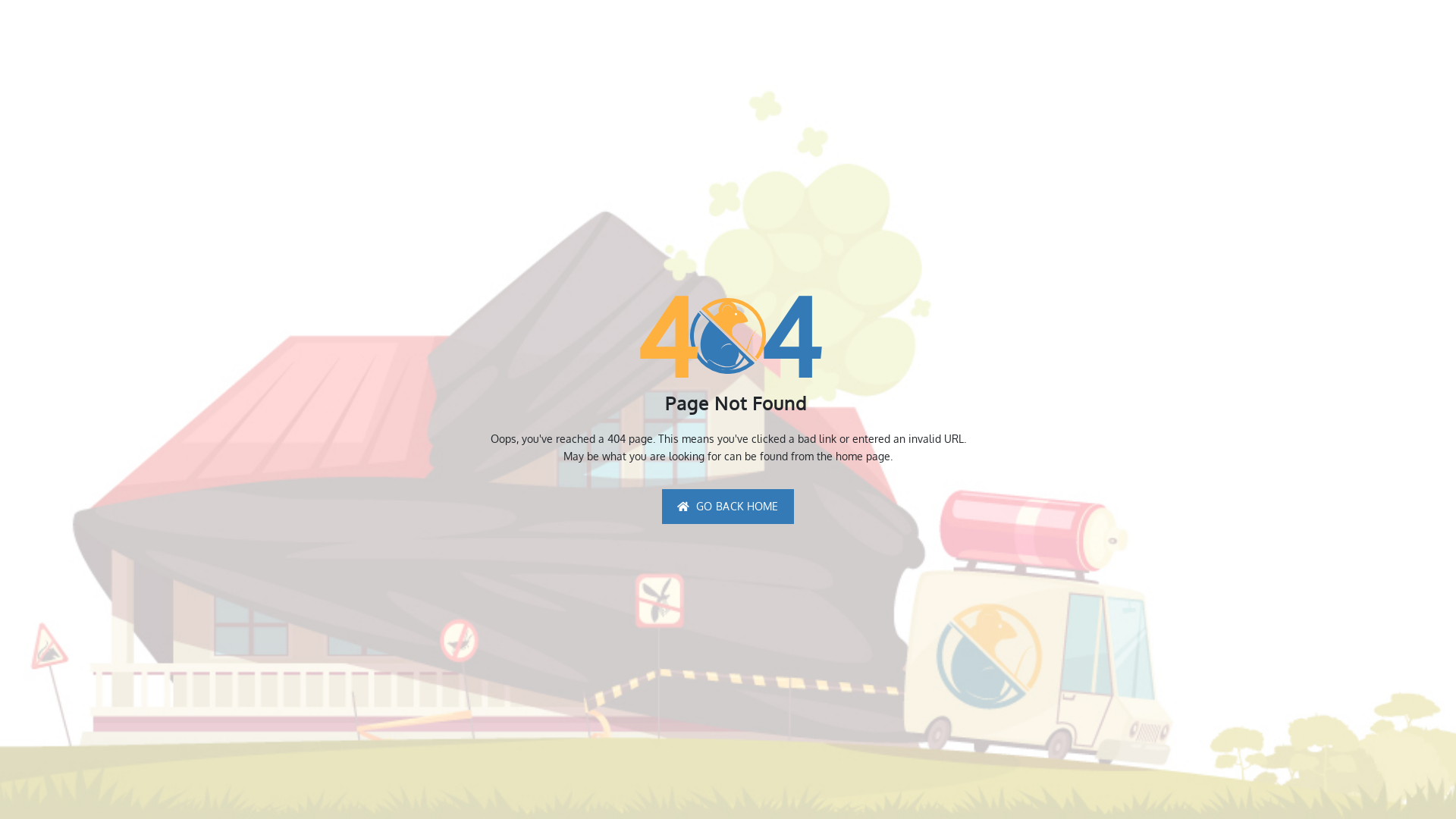 This screenshot has height=819, width=1456. What do you see at coordinates (728, 506) in the screenshot?
I see `'  GO BACK HOME'` at bounding box center [728, 506].